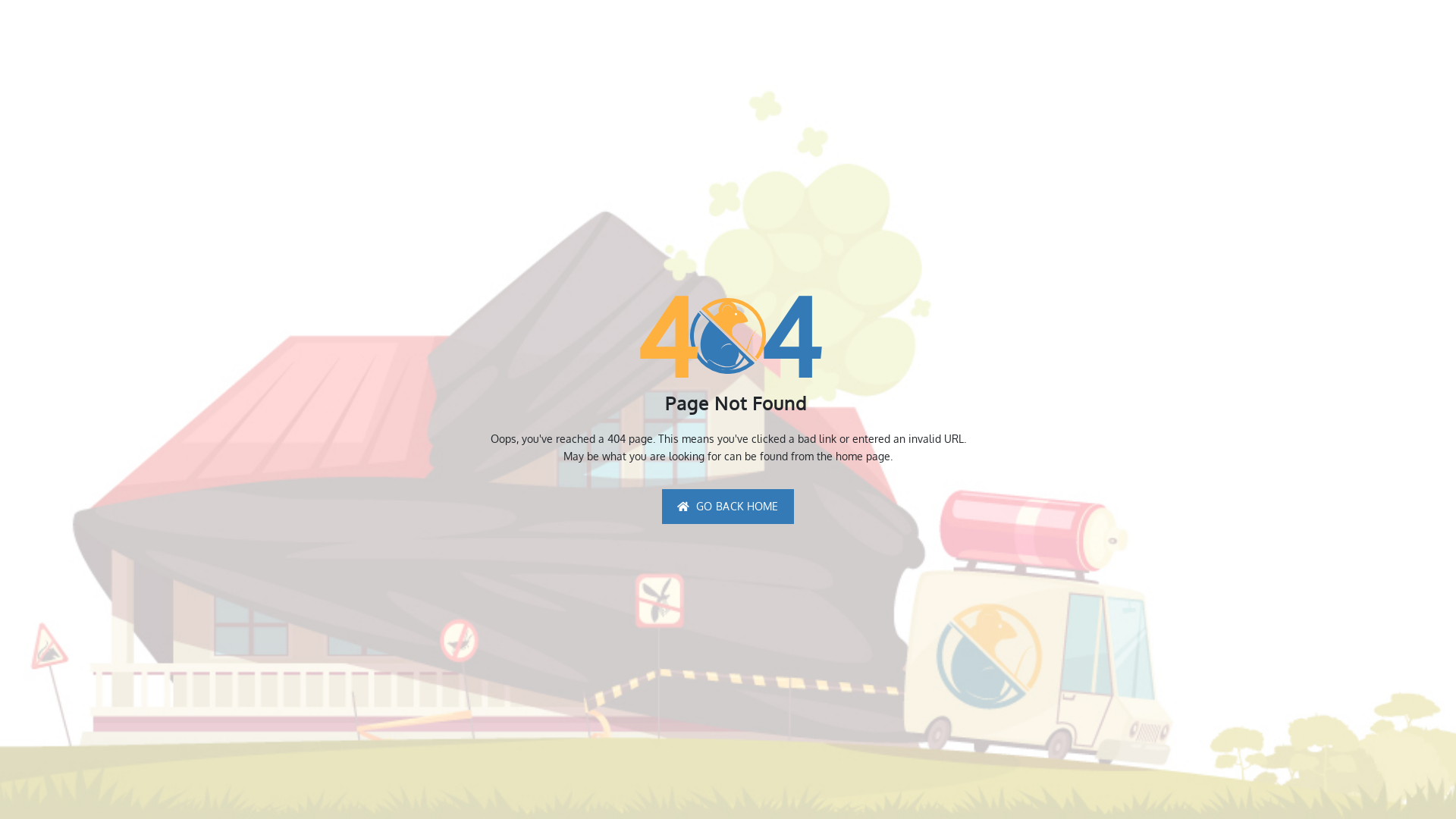 This screenshot has height=819, width=1456. What do you see at coordinates (728, 506) in the screenshot?
I see `'  GO BACK HOME'` at bounding box center [728, 506].